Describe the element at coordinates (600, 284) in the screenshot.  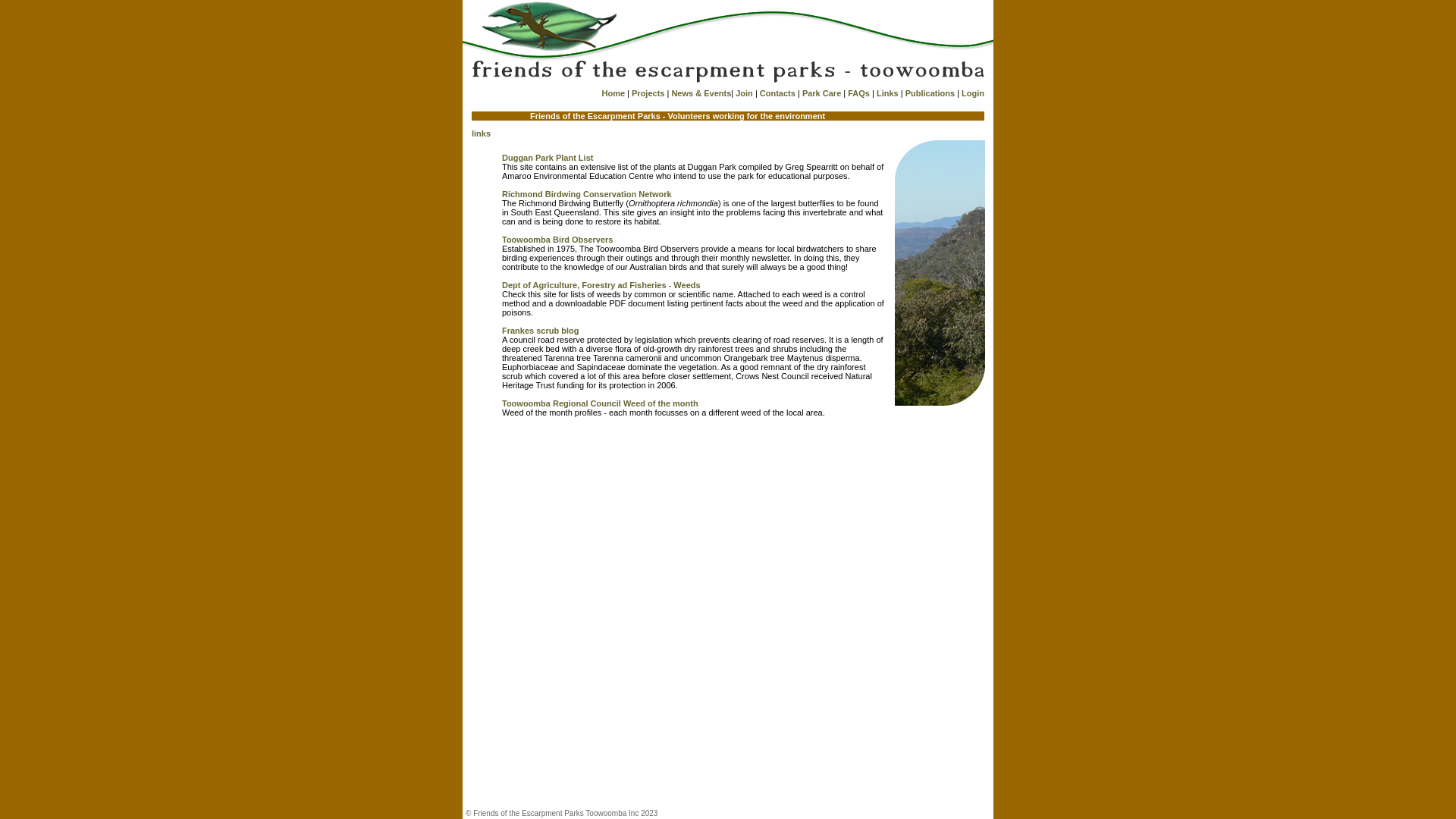
I see `'Dept of Agriculture, Forestry ad Fisheries - Weeds'` at that location.